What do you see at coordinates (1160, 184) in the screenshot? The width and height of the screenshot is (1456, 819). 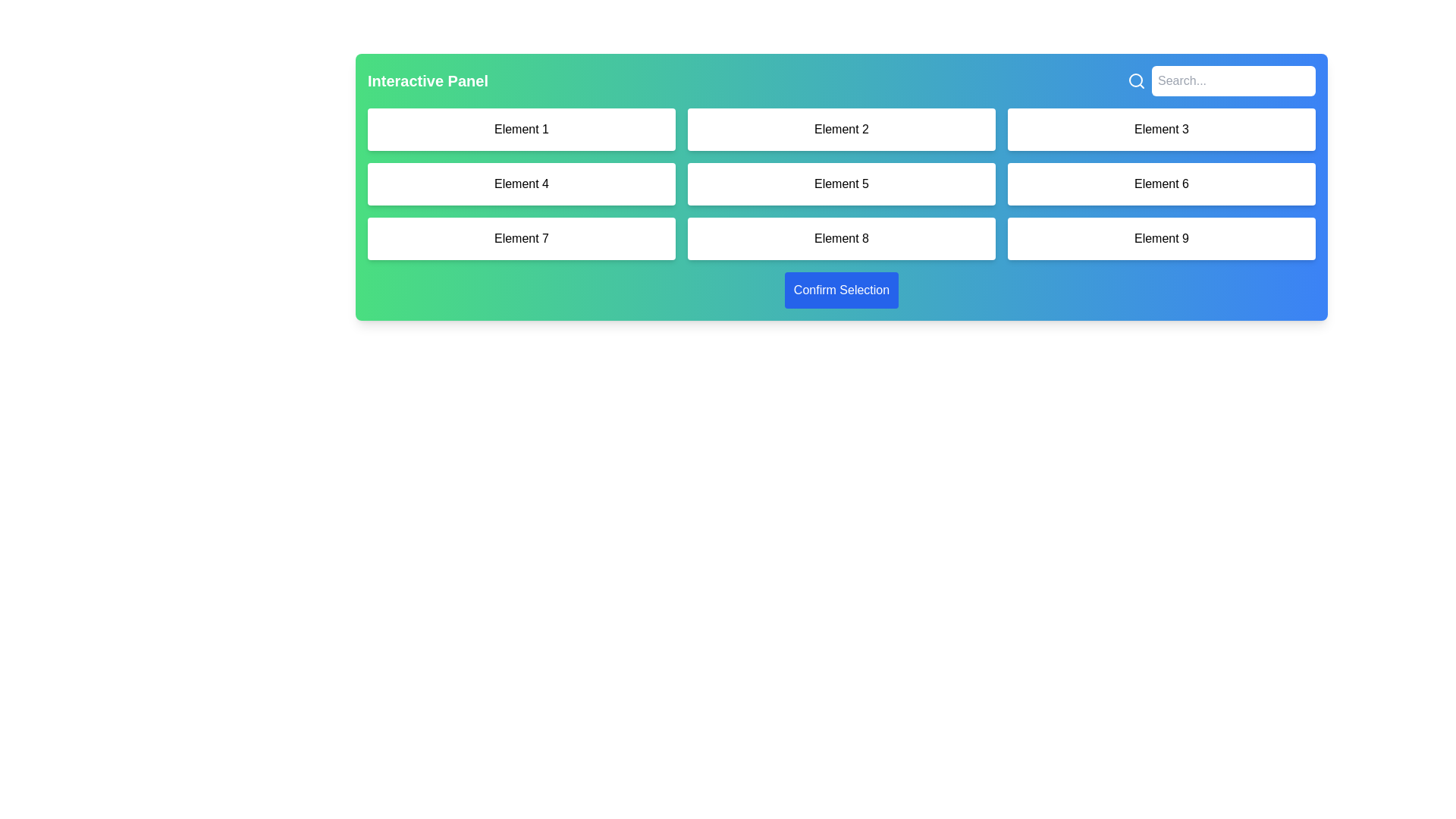 I see `the Button-like grid tile labeled 'Element 6' which is positioned in the second row, third column of a 3x3 grid layout` at bounding box center [1160, 184].